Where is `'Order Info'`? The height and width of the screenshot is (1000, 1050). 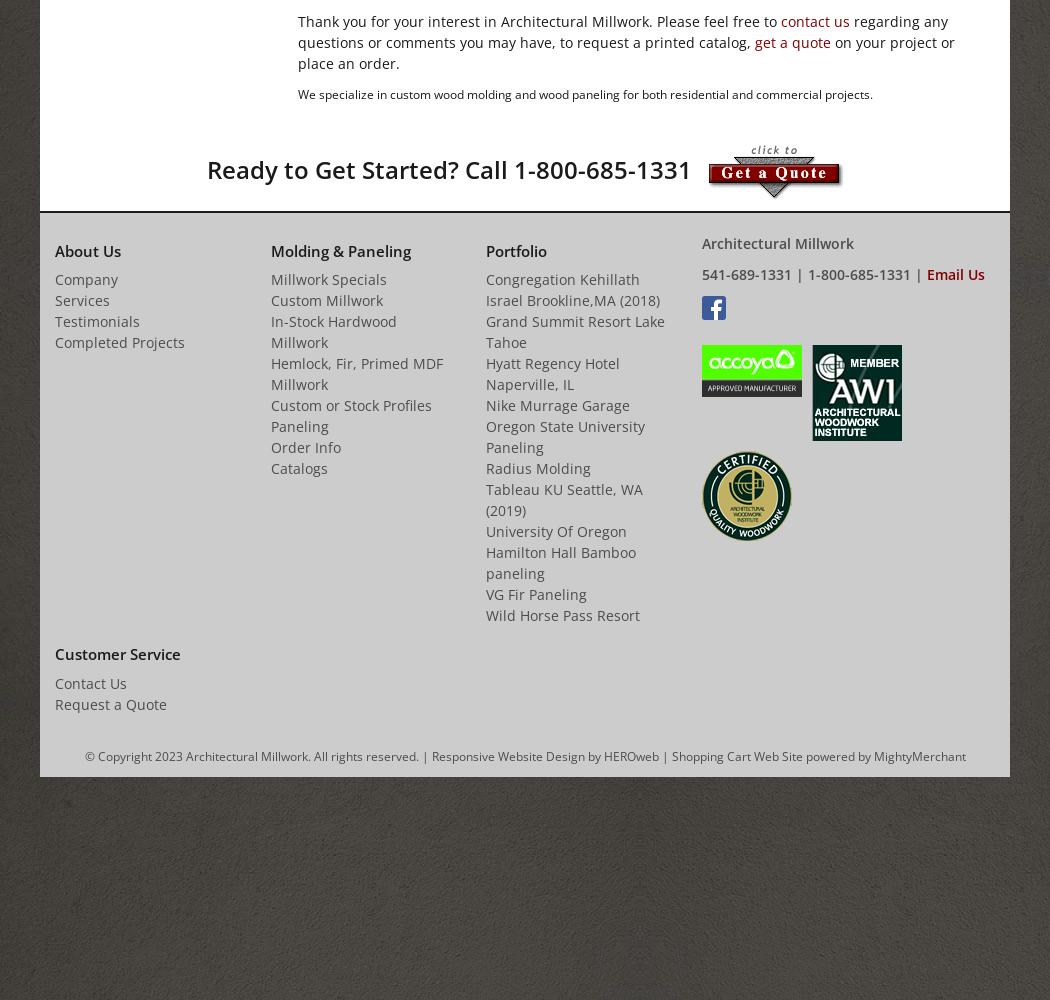 'Order Info' is located at coordinates (305, 446).